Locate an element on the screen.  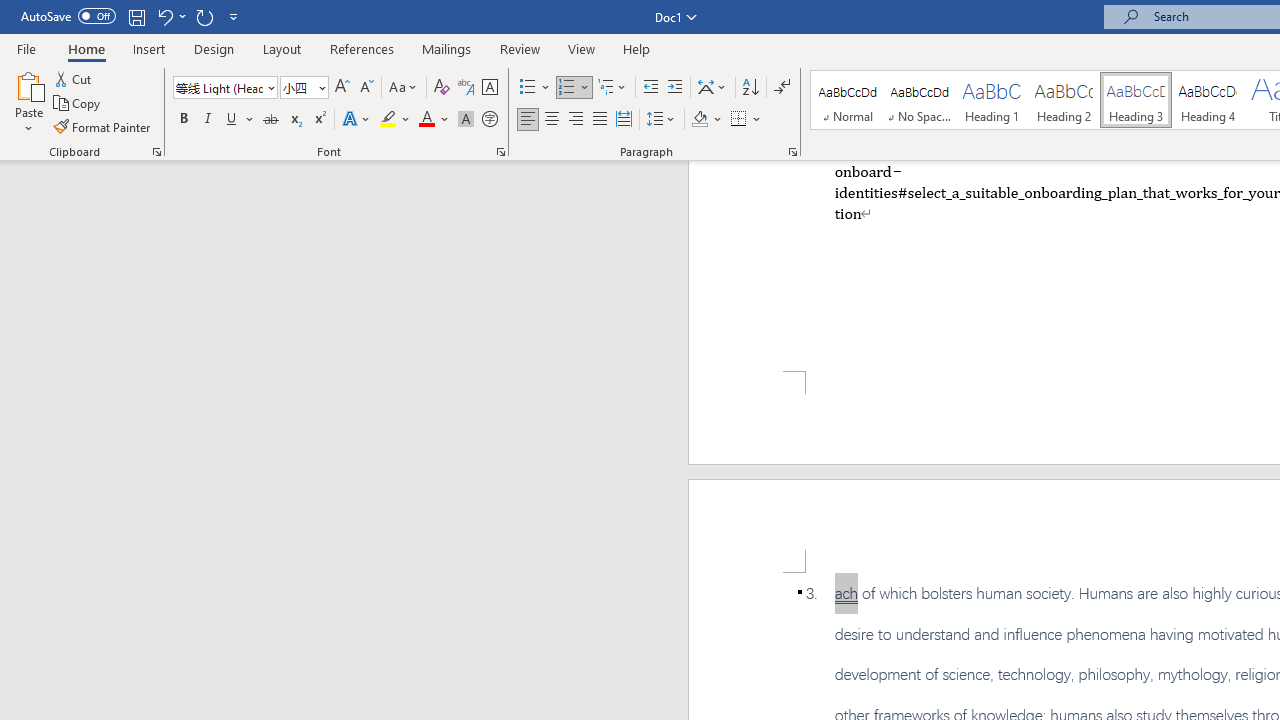
'Repeat Style' is located at coordinates (204, 16).